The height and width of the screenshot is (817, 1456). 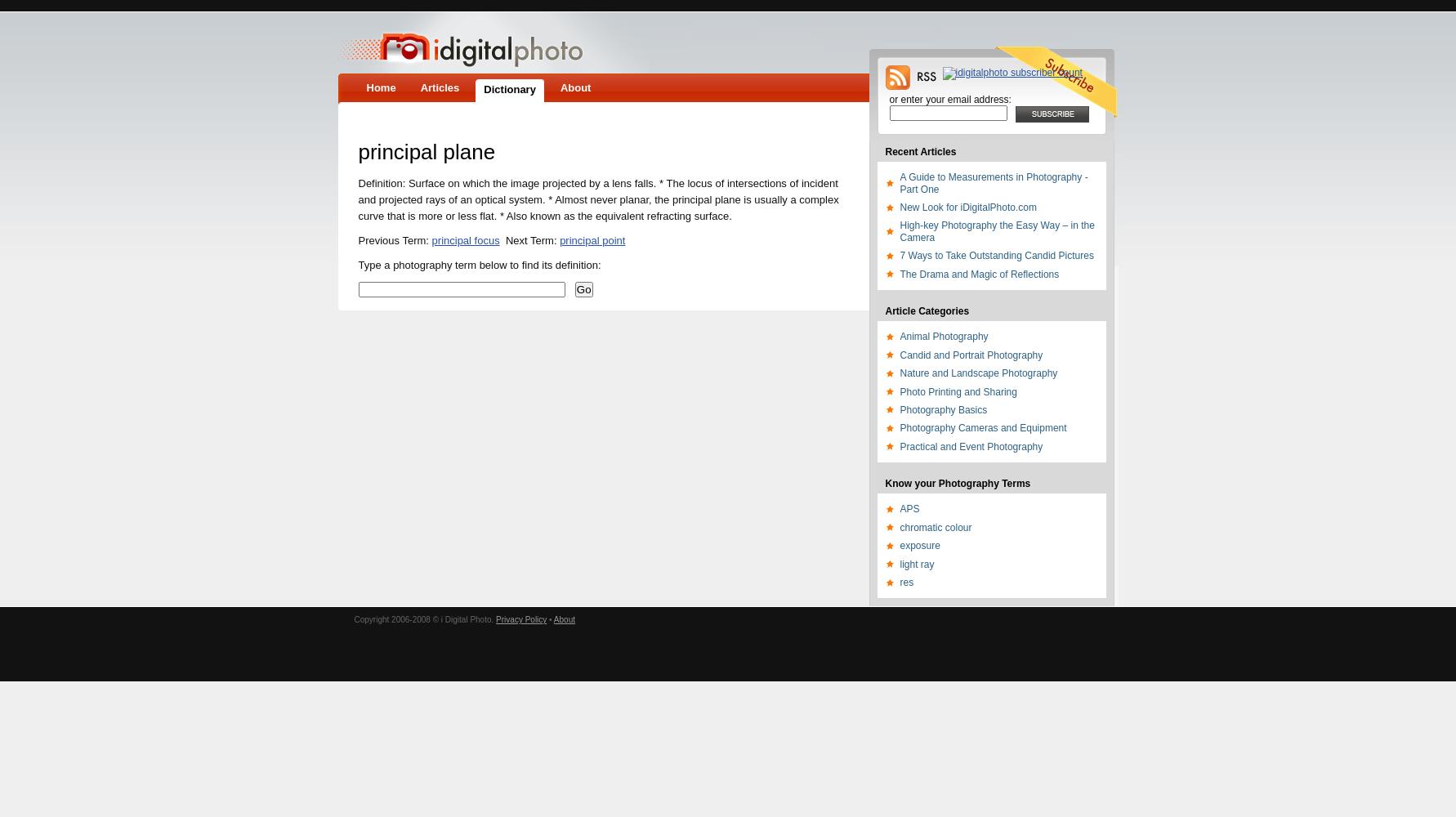 What do you see at coordinates (919, 546) in the screenshot?
I see `'exposure'` at bounding box center [919, 546].